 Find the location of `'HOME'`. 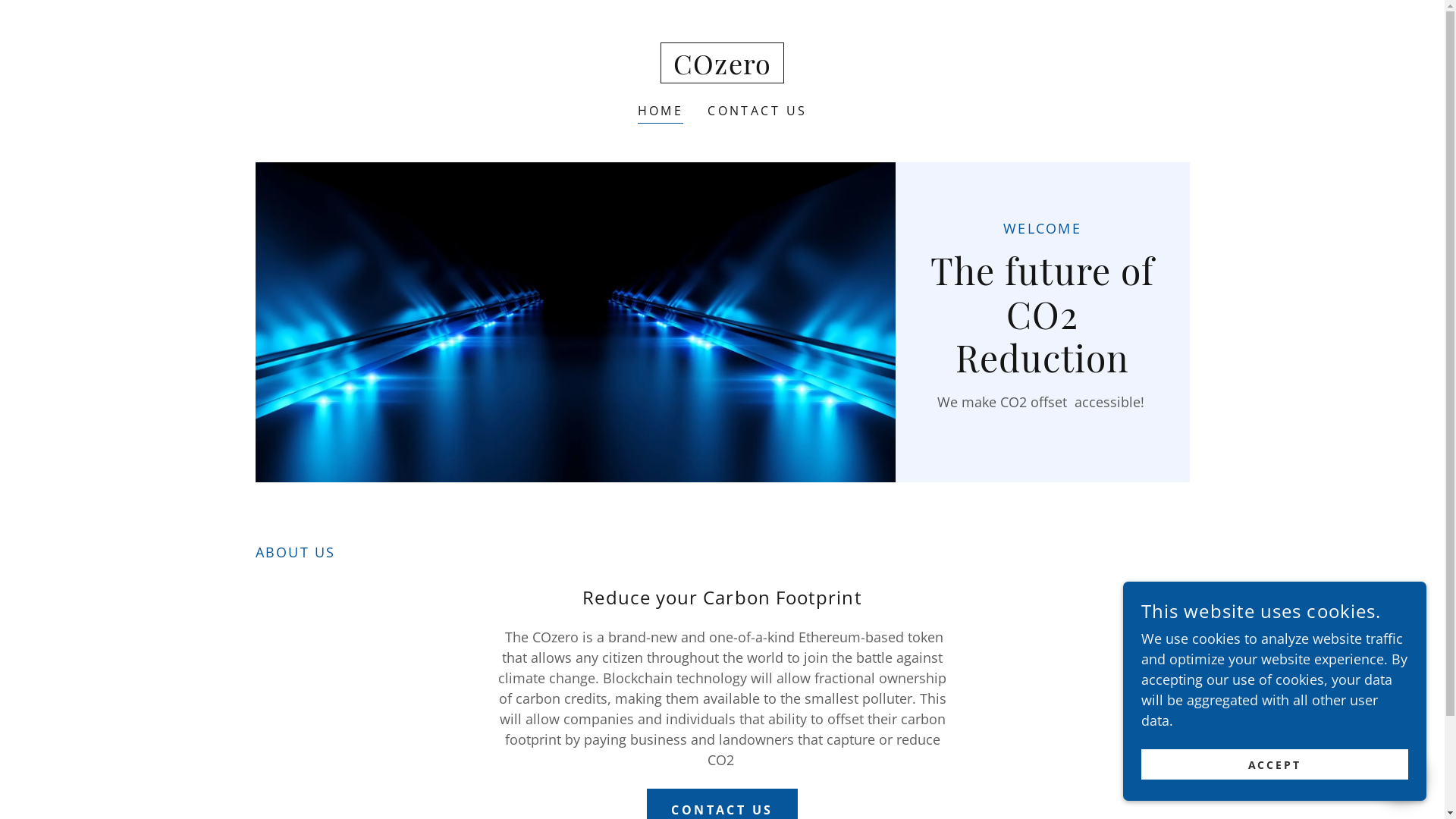

'HOME' is located at coordinates (637, 111).